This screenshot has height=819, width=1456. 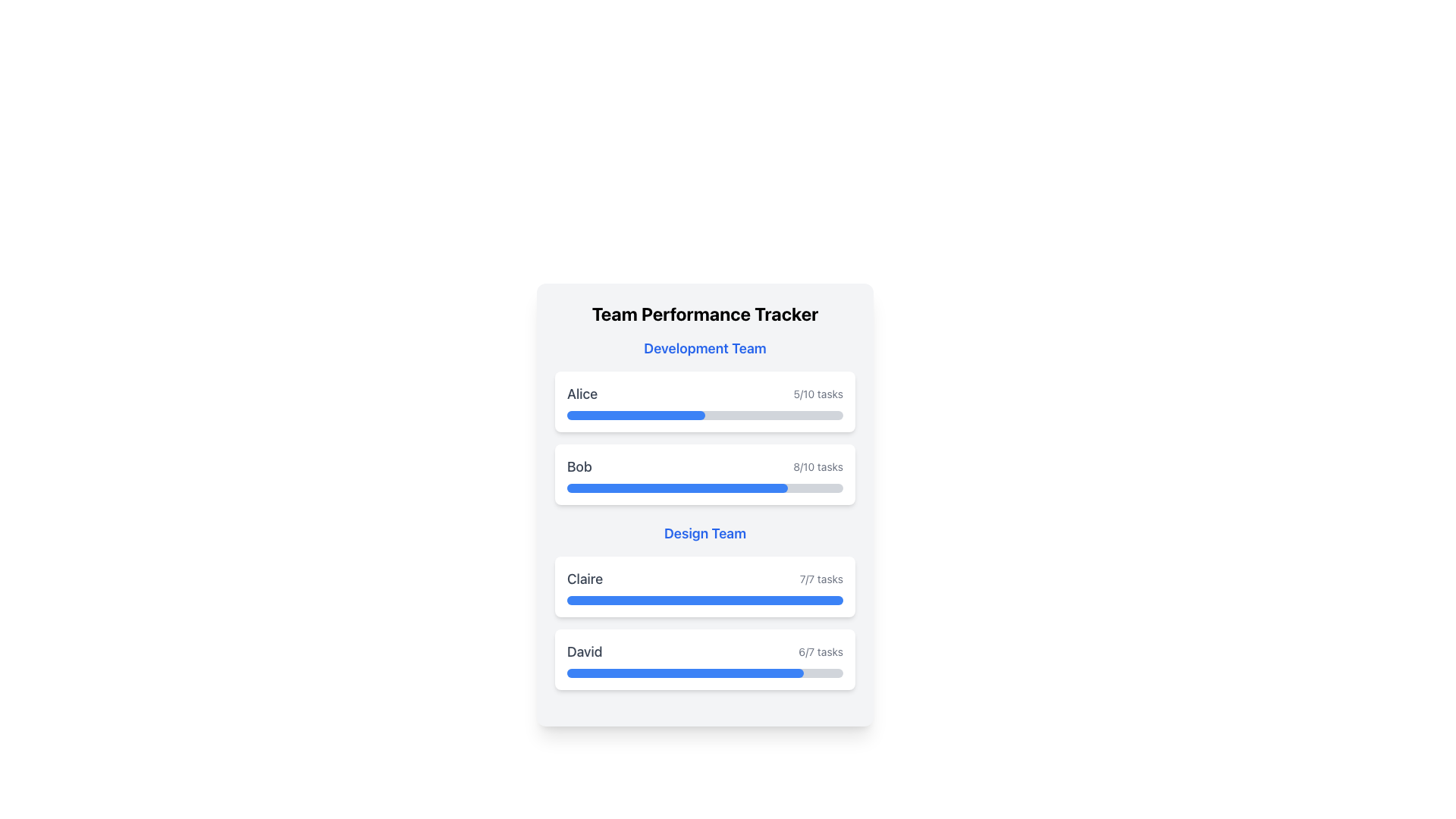 What do you see at coordinates (704, 605) in the screenshot?
I see `performance metrics displayed in the Informational Panel for the Design Team, which includes members' names, task progress bars, and task completion summaries` at bounding box center [704, 605].